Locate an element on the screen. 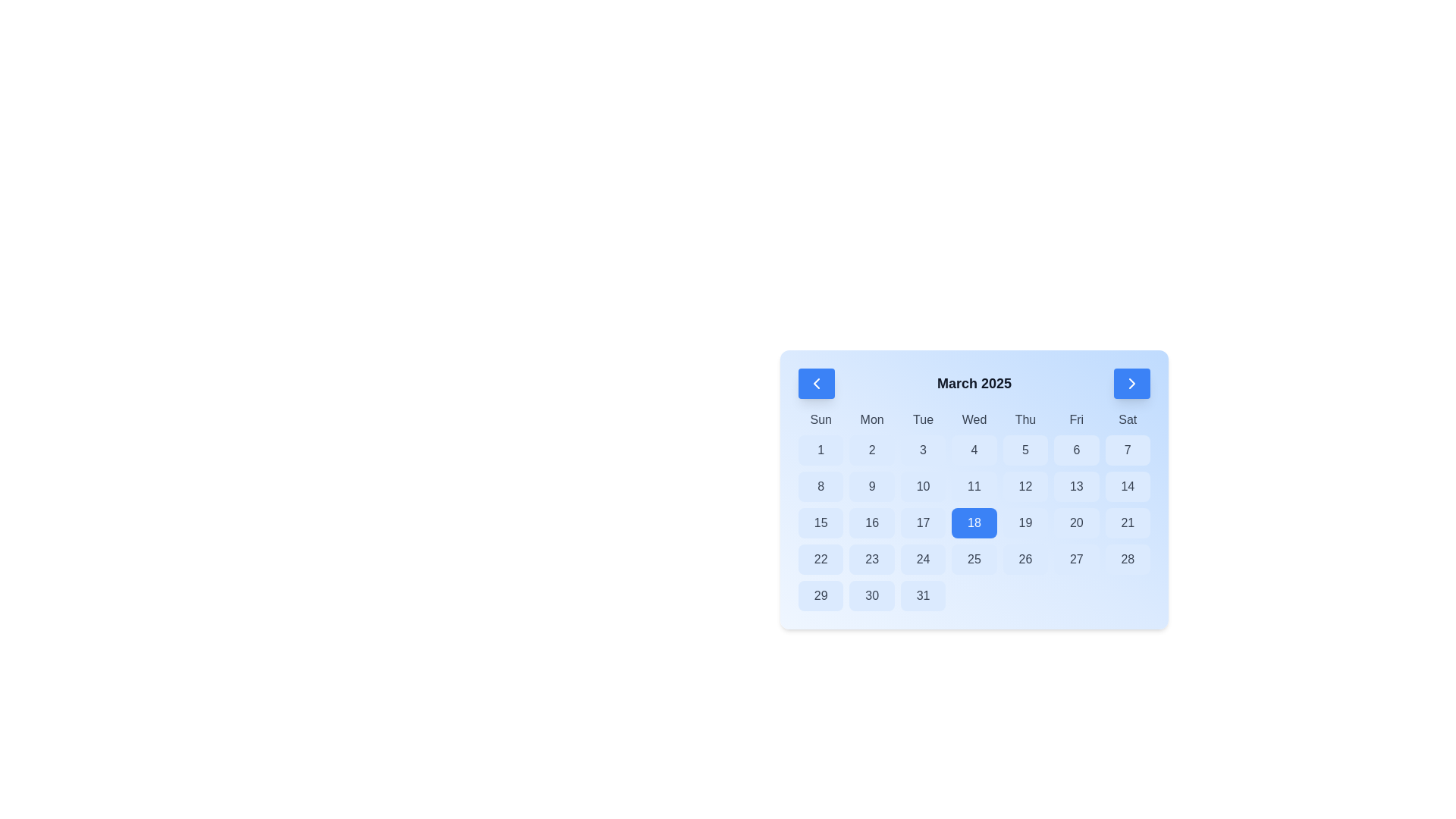  the button representing the date of the 23rd in the calendar is located at coordinates (872, 559).